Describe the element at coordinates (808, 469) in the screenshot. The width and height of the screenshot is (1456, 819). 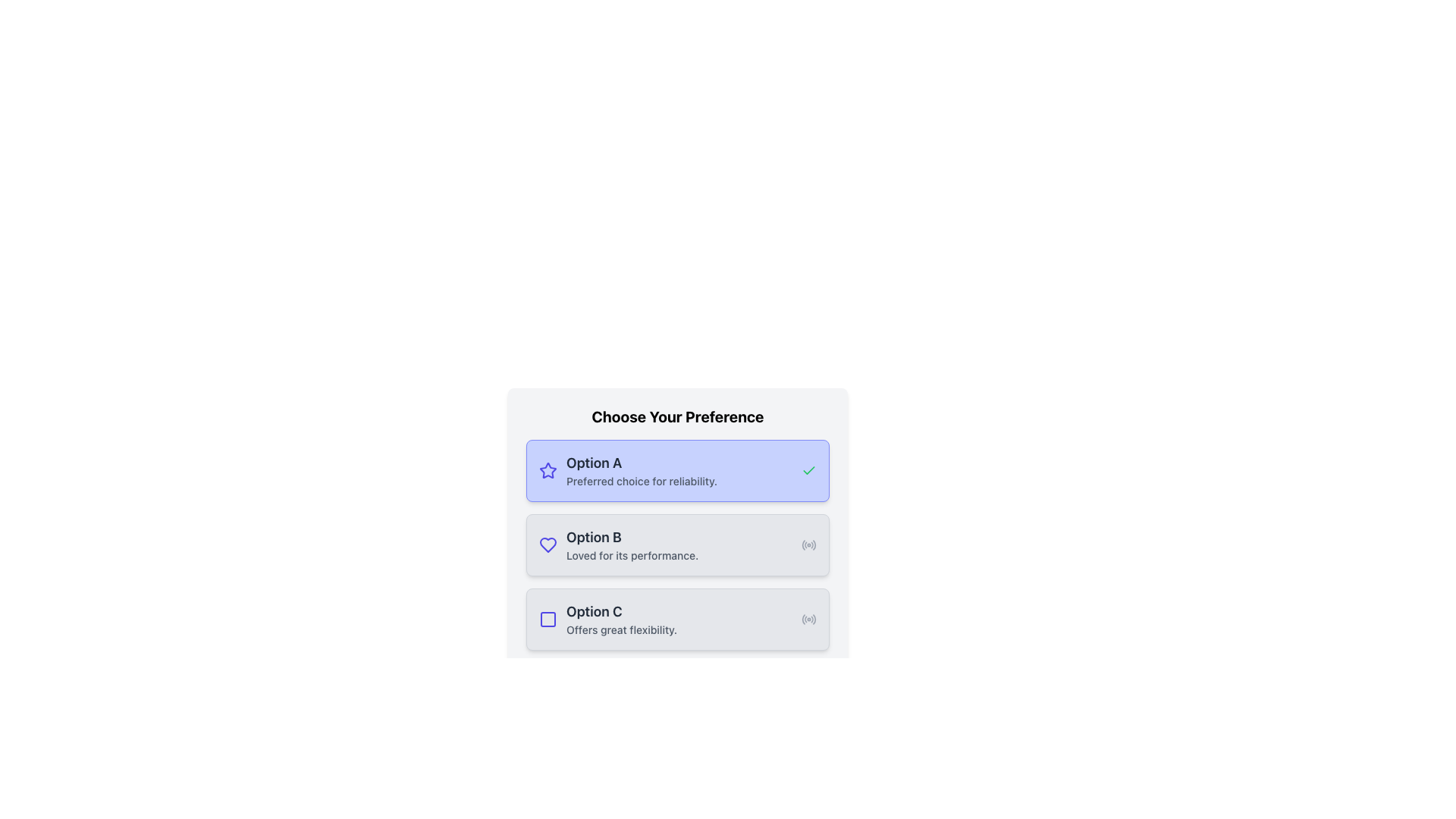
I see `the green checkmark icon located on the right side of the 'Option A' selection box in the preference selection interface` at that location.